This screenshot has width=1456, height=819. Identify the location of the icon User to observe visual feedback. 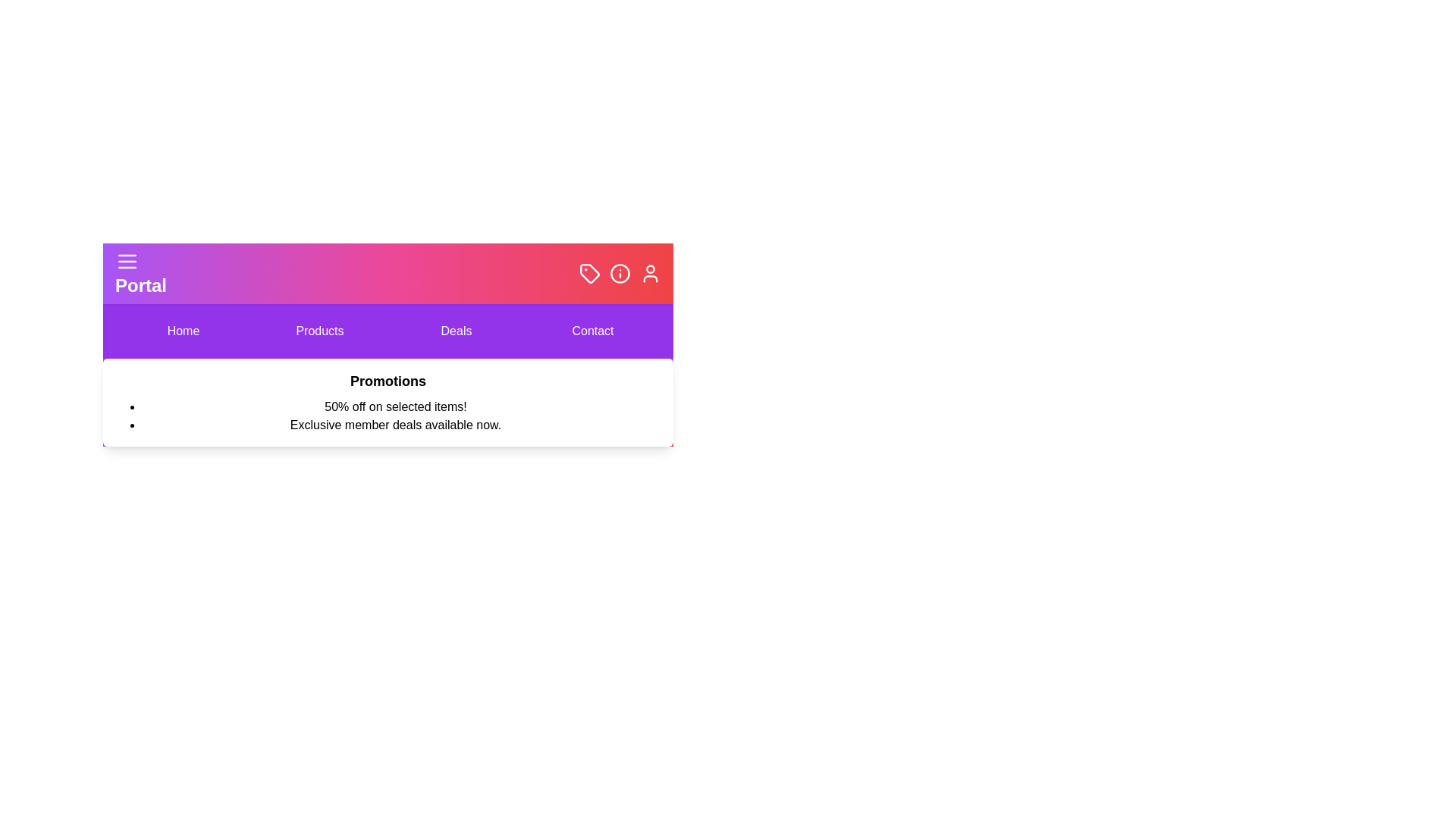
(651, 274).